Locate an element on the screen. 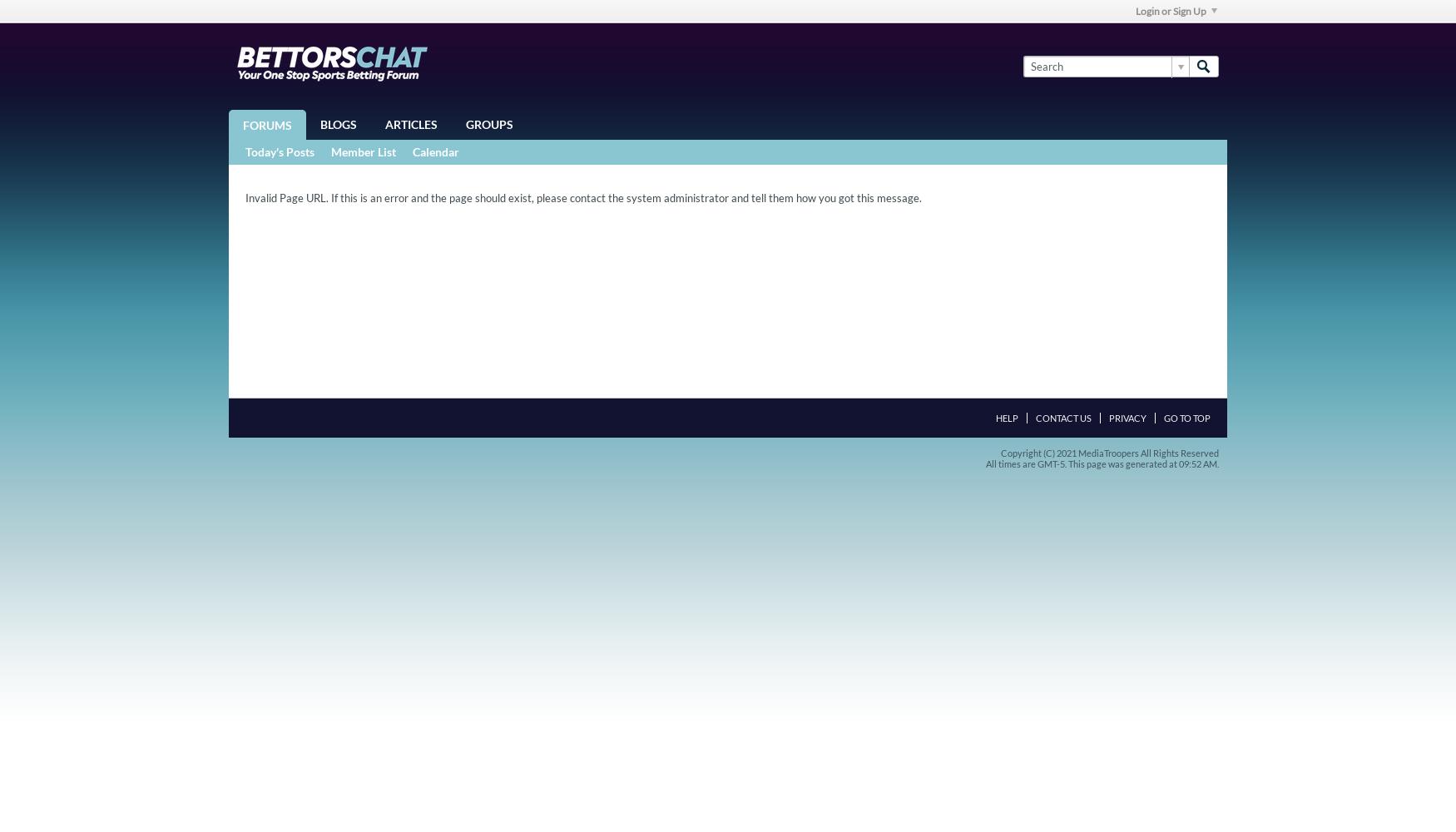  'Help' is located at coordinates (1007, 418).